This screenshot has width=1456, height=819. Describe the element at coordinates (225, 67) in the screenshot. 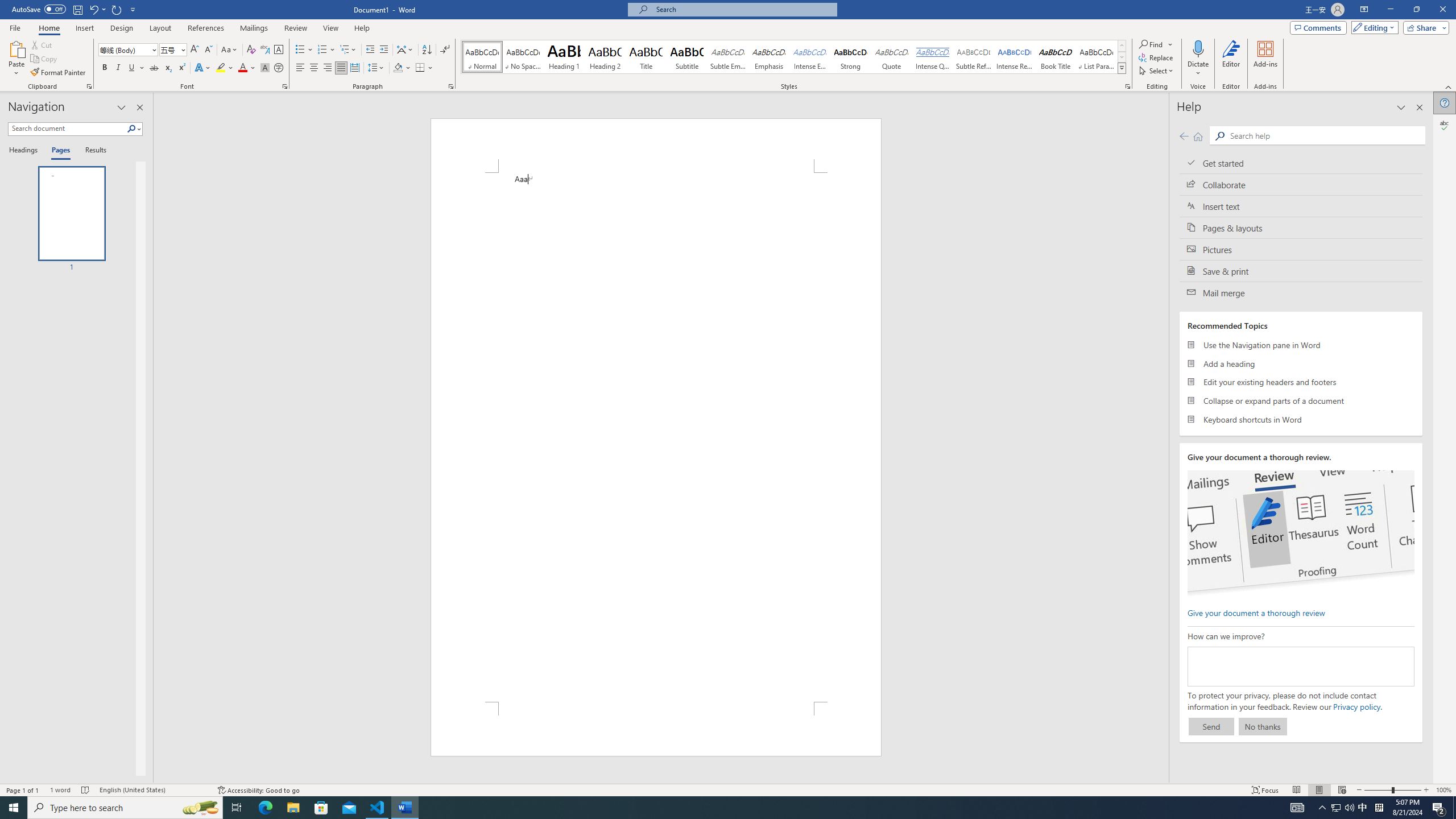

I see `'Text Highlight Color'` at that location.